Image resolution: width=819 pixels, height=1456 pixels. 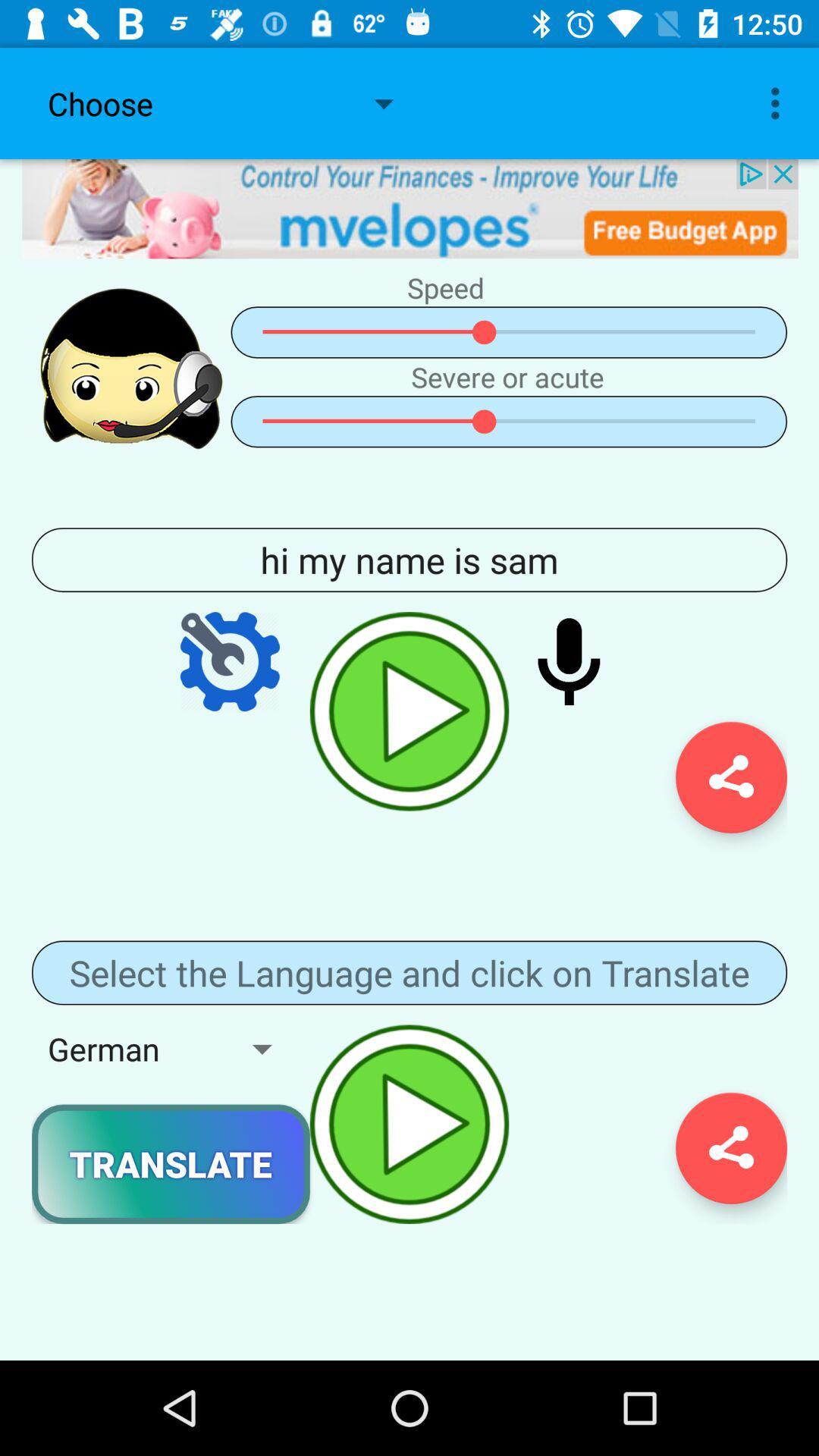 I want to click on share the article, so click(x=730, y=777).